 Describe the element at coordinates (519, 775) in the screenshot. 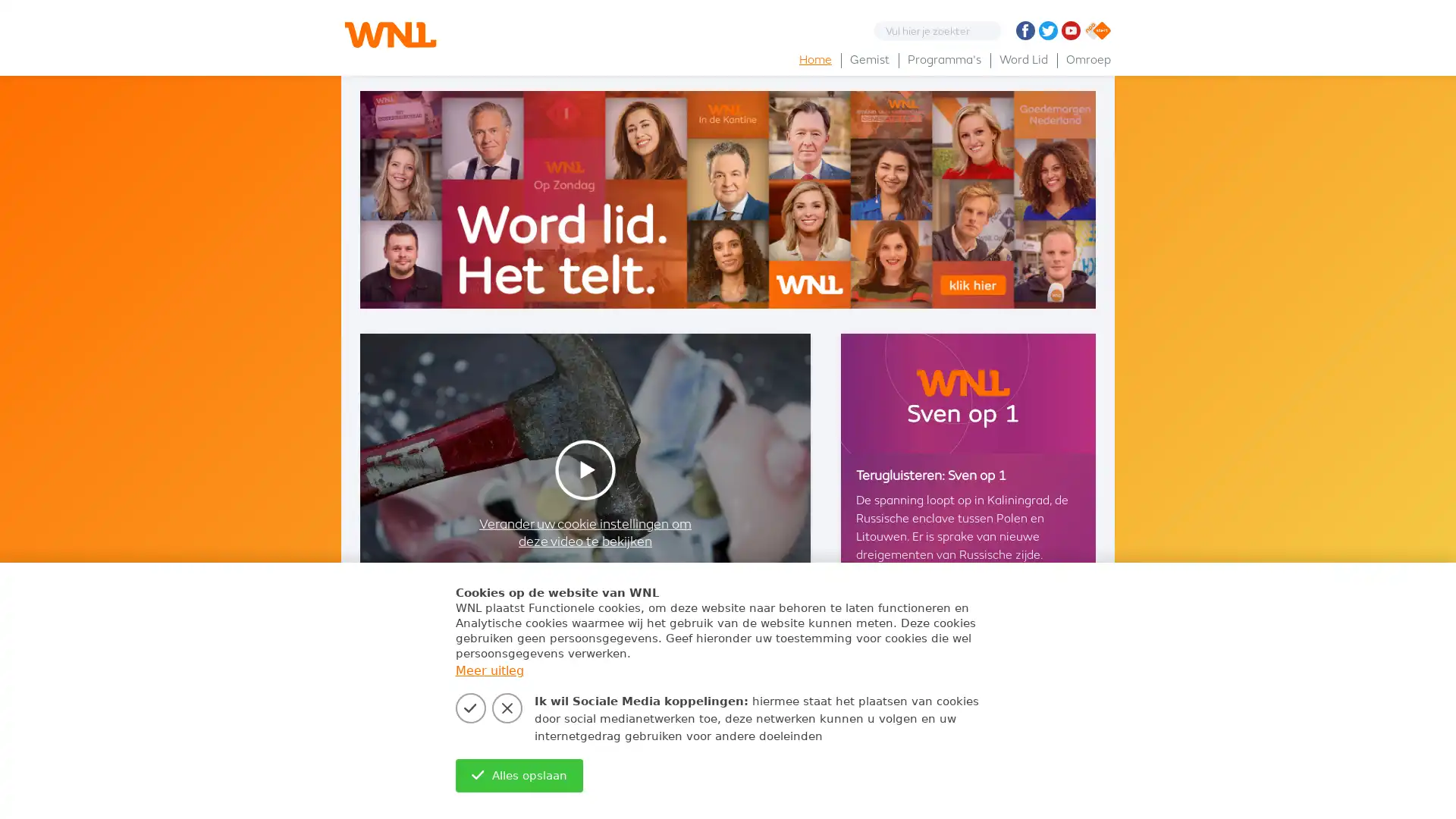

I see `Alles opslaan` at that location.